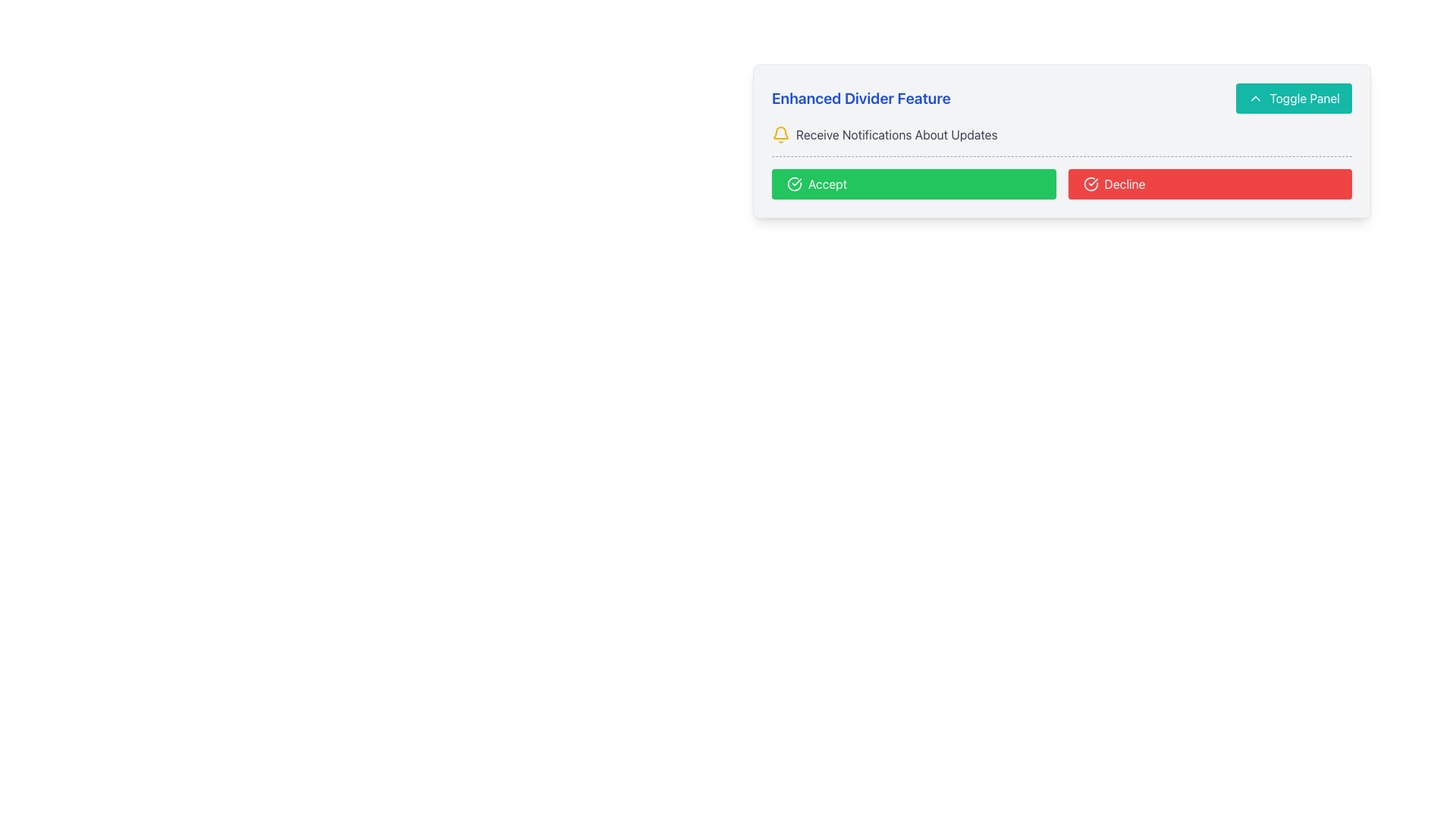  I want to click on the Horizontal Rule (Divider) that visually separates the notification text from the action buttons, located between 'Receive Notifications About Updates' and the action buttons 'Accept' and 'Decline', so click(1061, 156).